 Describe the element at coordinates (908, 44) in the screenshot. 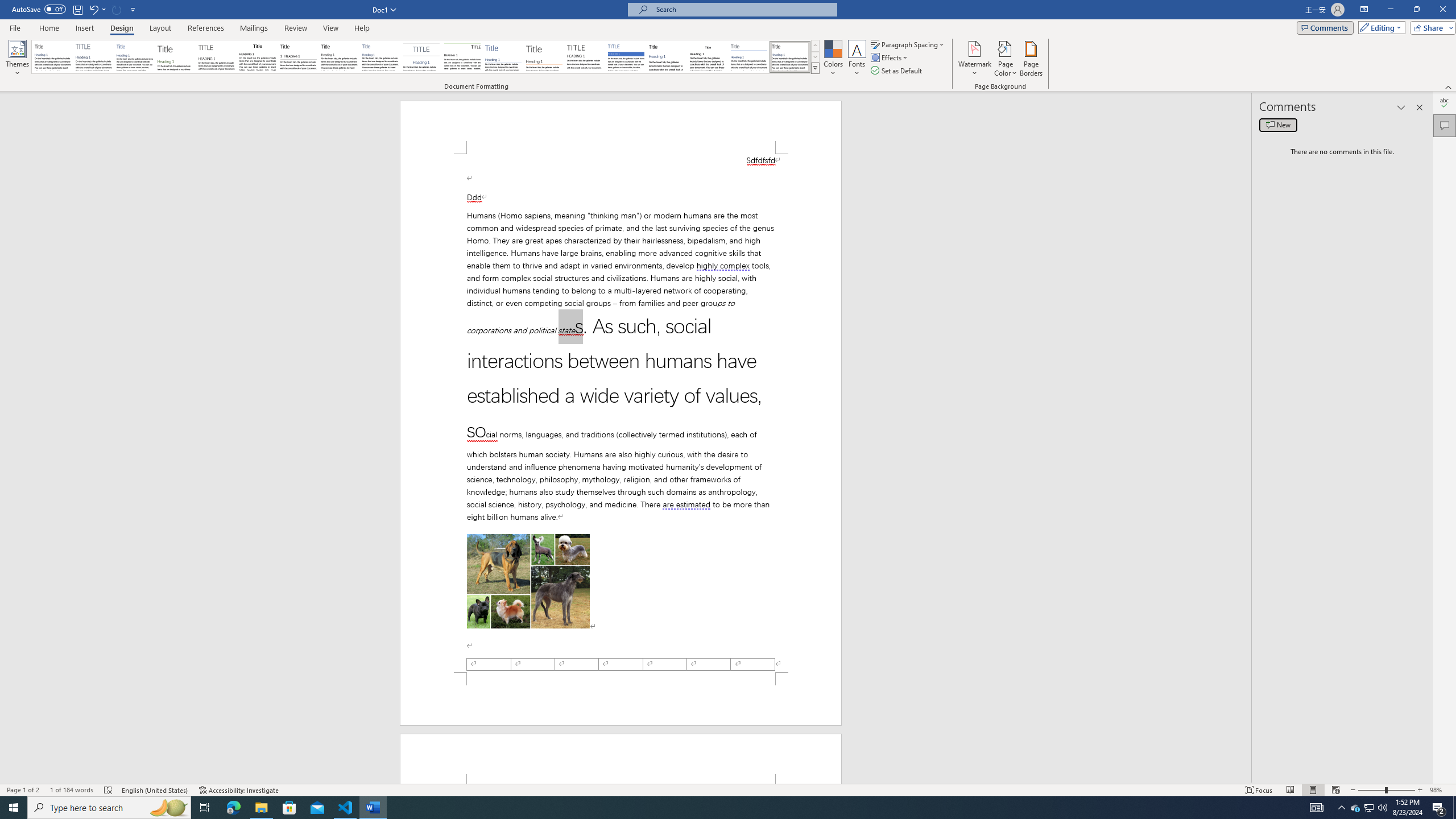

I see `'Paragraph Spacing'` at that location.